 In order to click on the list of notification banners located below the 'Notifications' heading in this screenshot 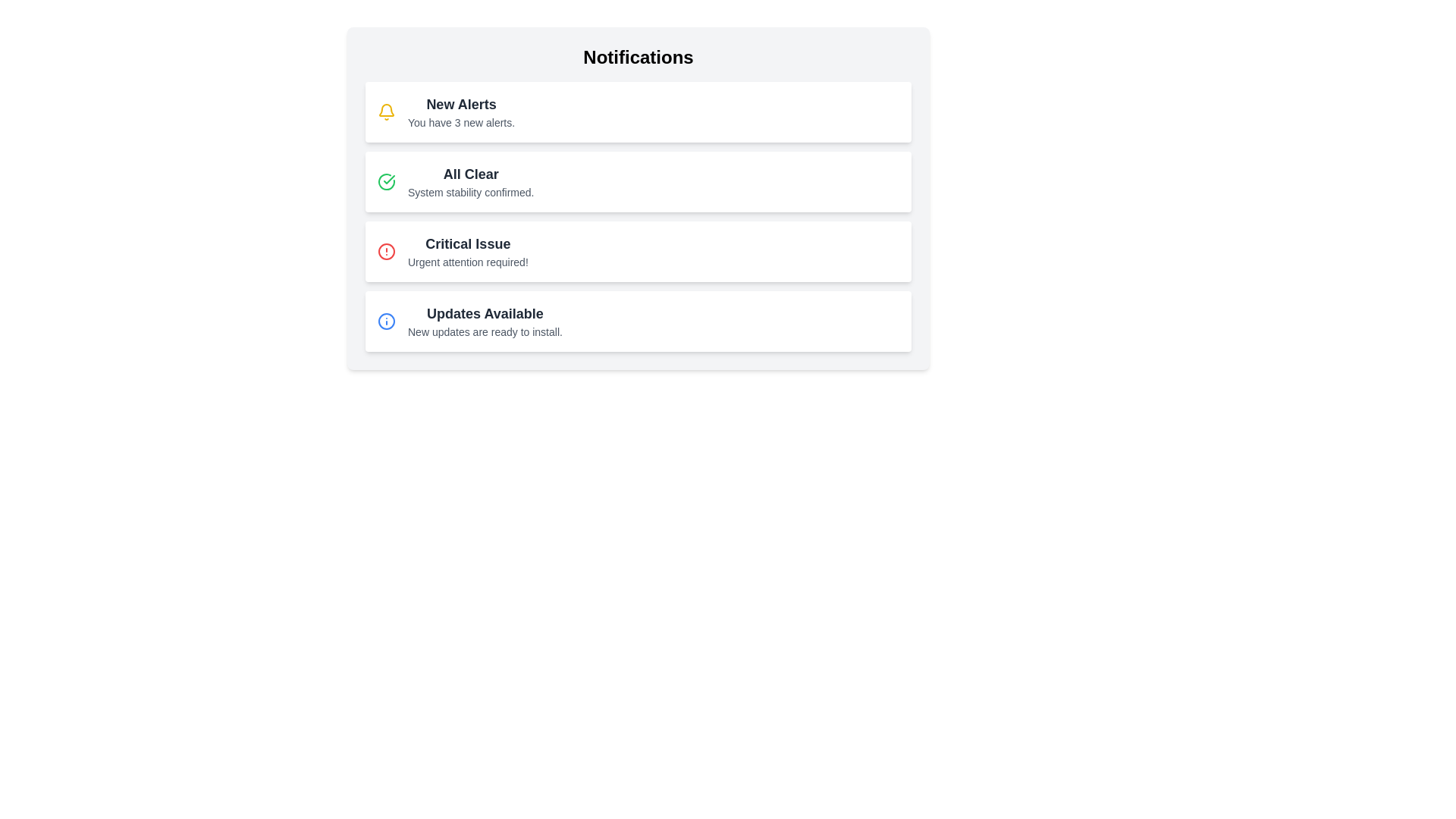, I will do `click(638, 216)`.